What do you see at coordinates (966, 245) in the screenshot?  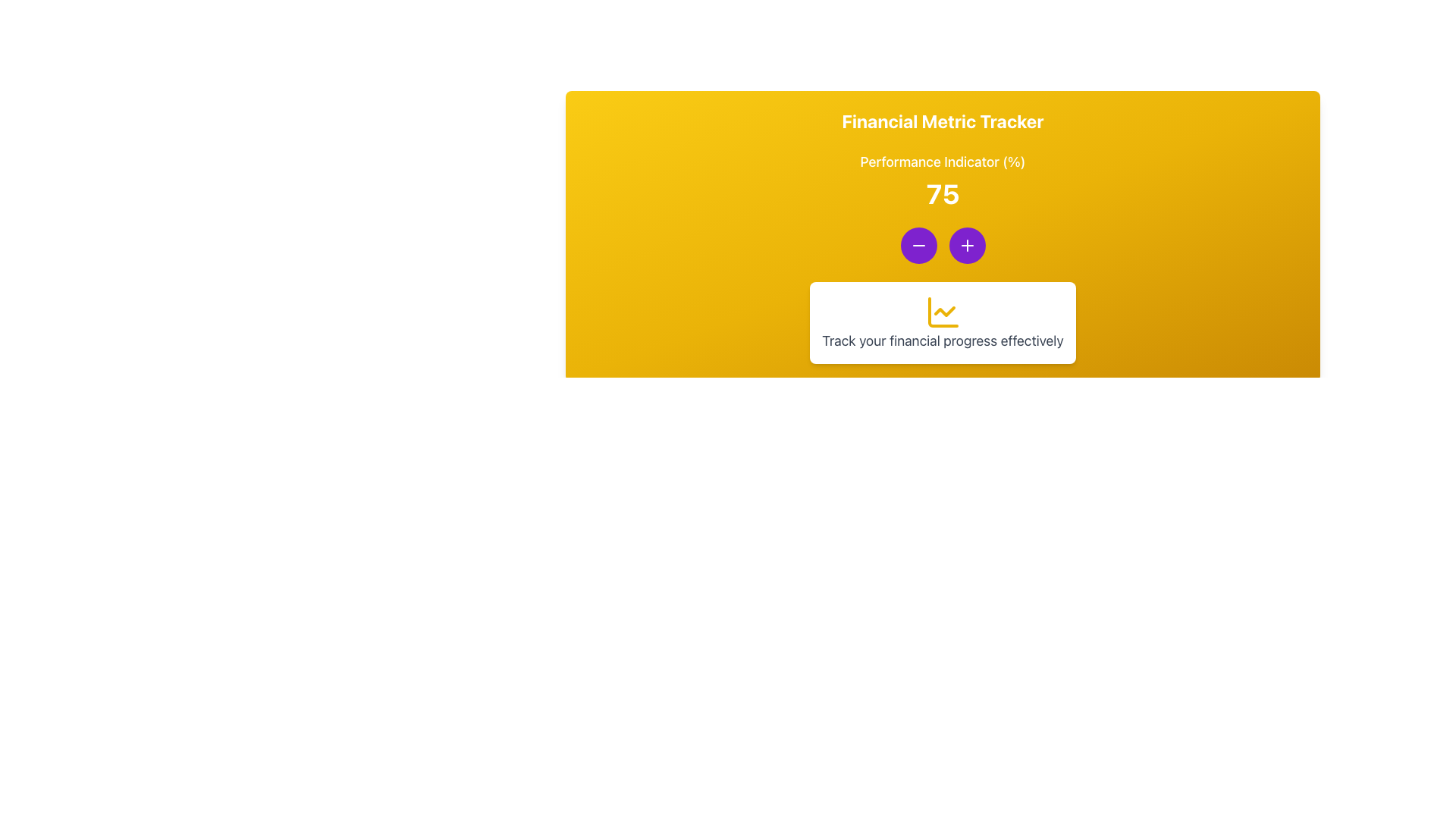 I see `the plus button located to the right of the minus button, which is part of the 'Performance Indicator (%)' section` at bounding box center [966, 245].